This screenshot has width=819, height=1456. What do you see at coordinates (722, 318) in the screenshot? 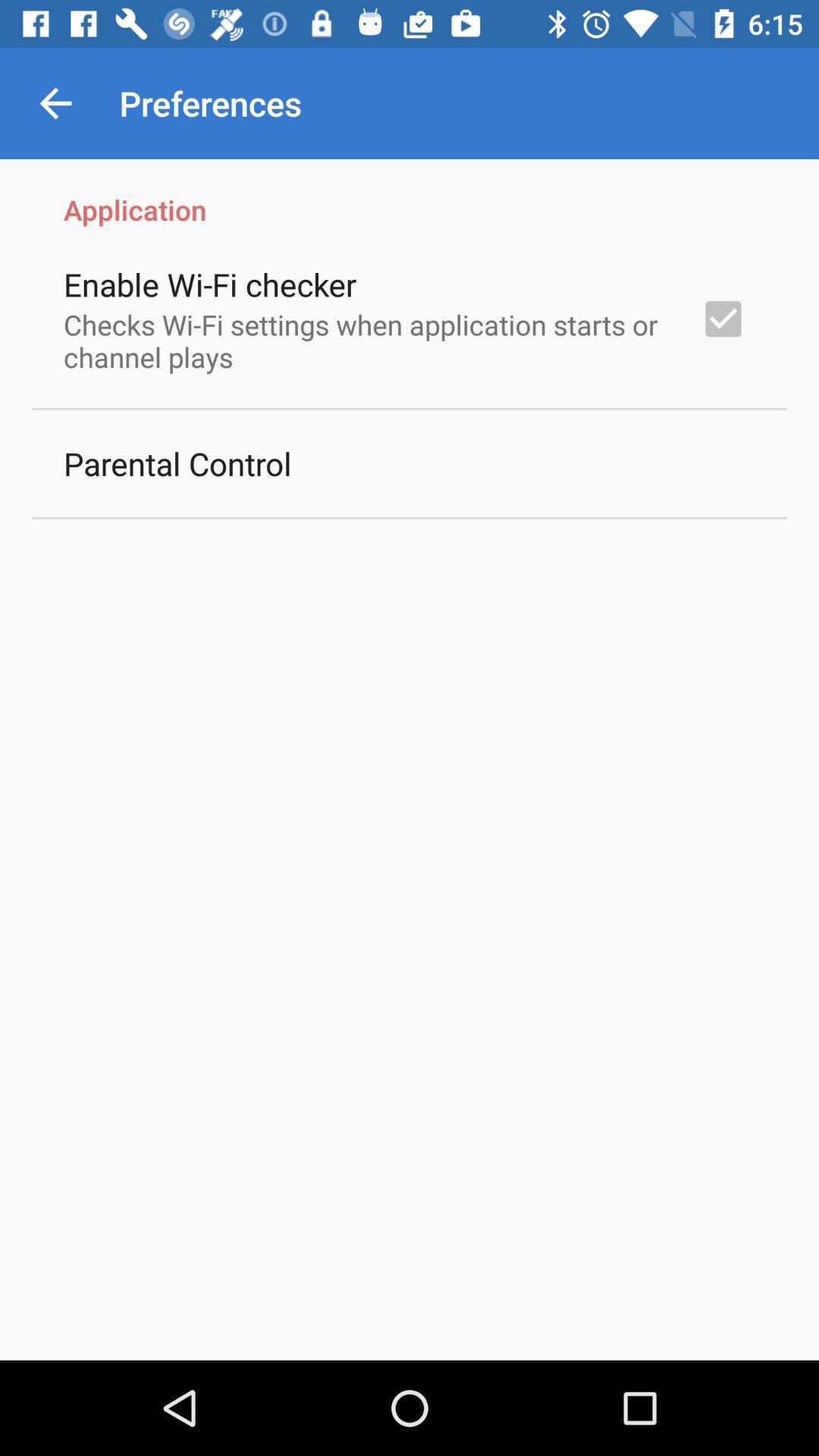
I see `the item next to checks wi fi icon` at bounding box center [722, 318].